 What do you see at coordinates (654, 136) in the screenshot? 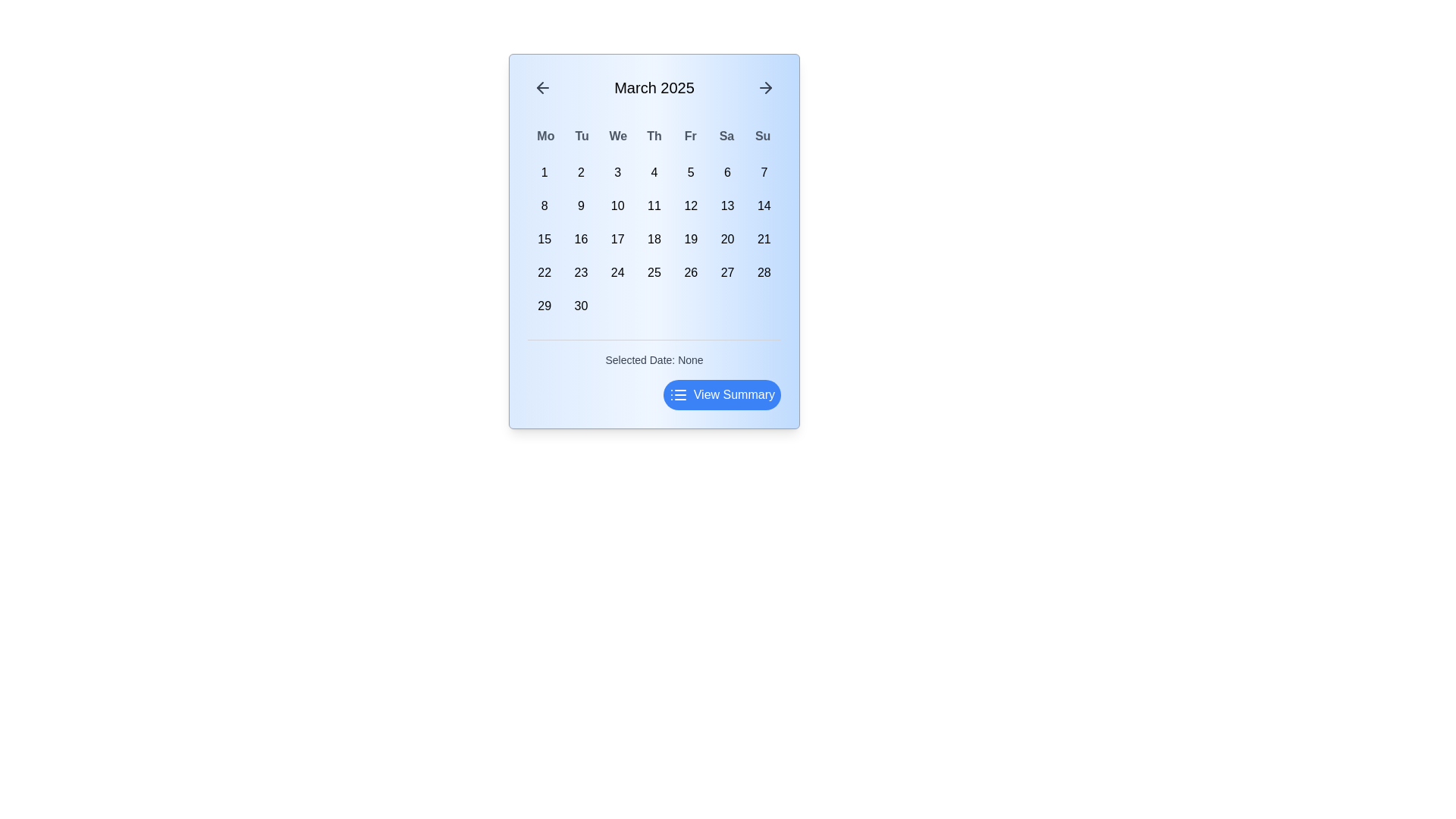
I see `the static text label displaying 'Th', which is the fourth item in a sequence of day abbreviations in the calendar header, positioned between 'We' and 'Fr'` at bounding box center [654, 136].